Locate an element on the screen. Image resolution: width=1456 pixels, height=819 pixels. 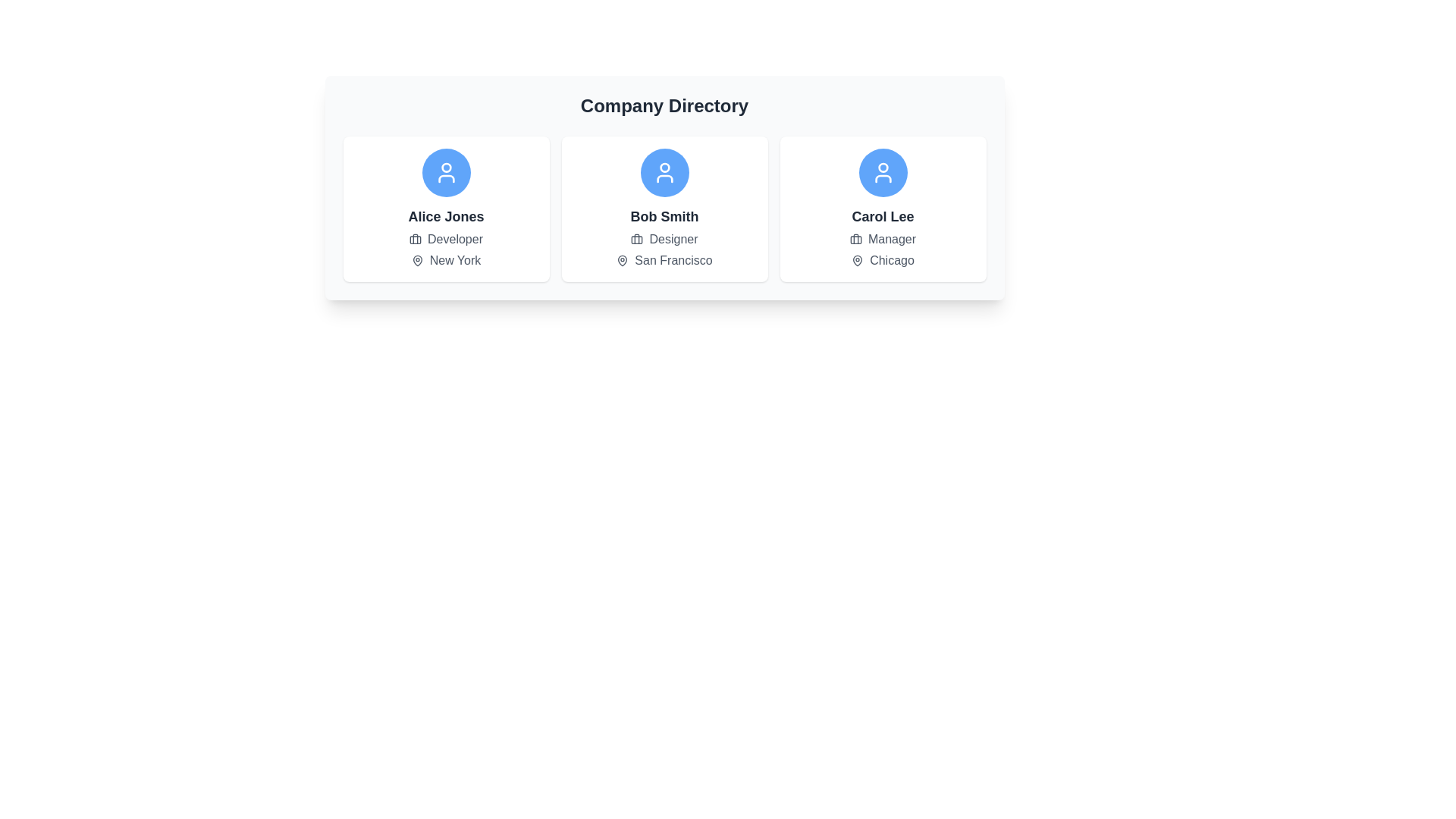
the circular shape inside the user avatar icon for 'Bob Smith' located in the Company Directory section is located at coordinates (664, 168).